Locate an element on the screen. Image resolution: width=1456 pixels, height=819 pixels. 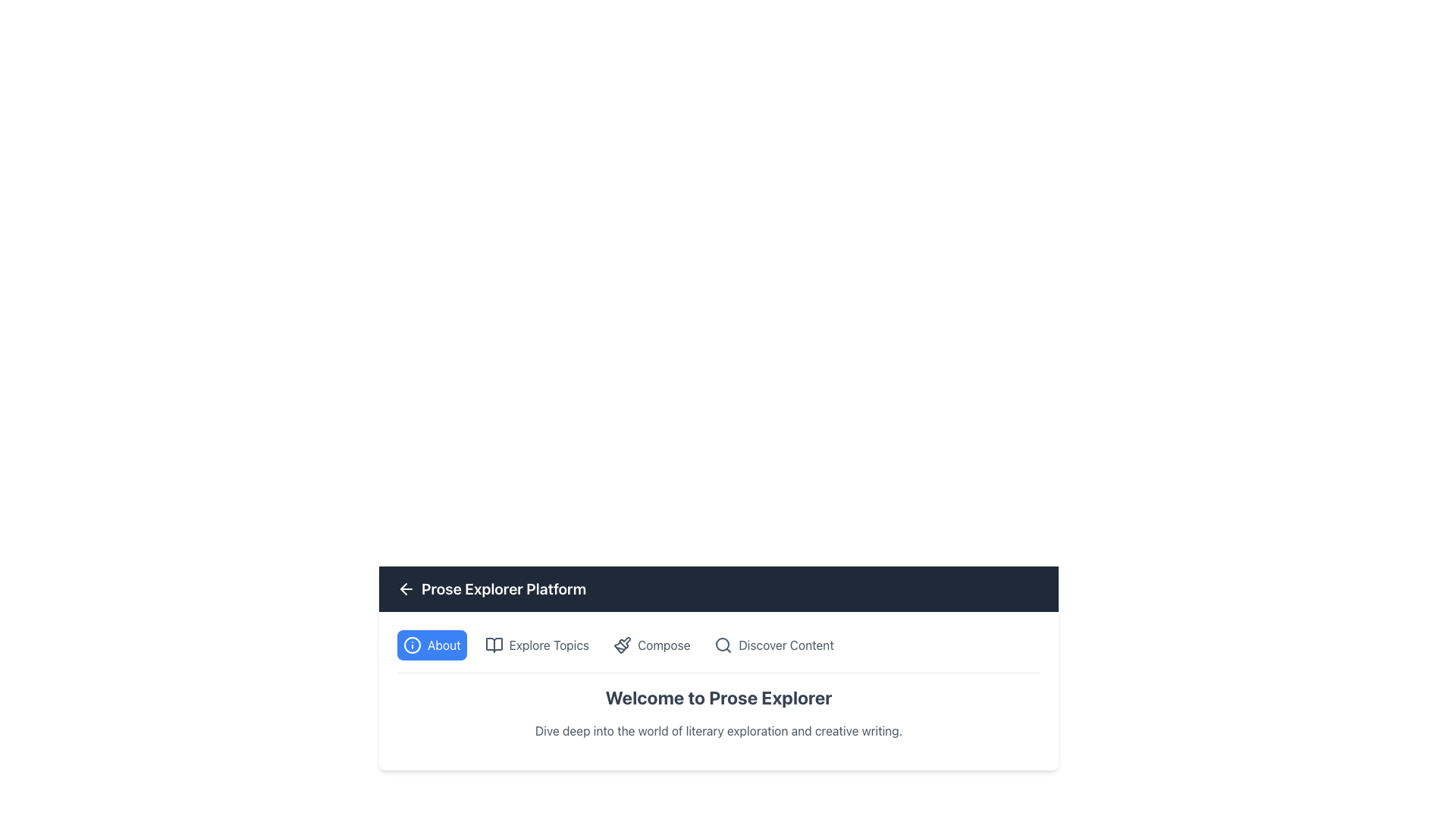
the 'Discover Content' text label located in the upper-right area of the navigation bar is located at coordinates (786, 645).